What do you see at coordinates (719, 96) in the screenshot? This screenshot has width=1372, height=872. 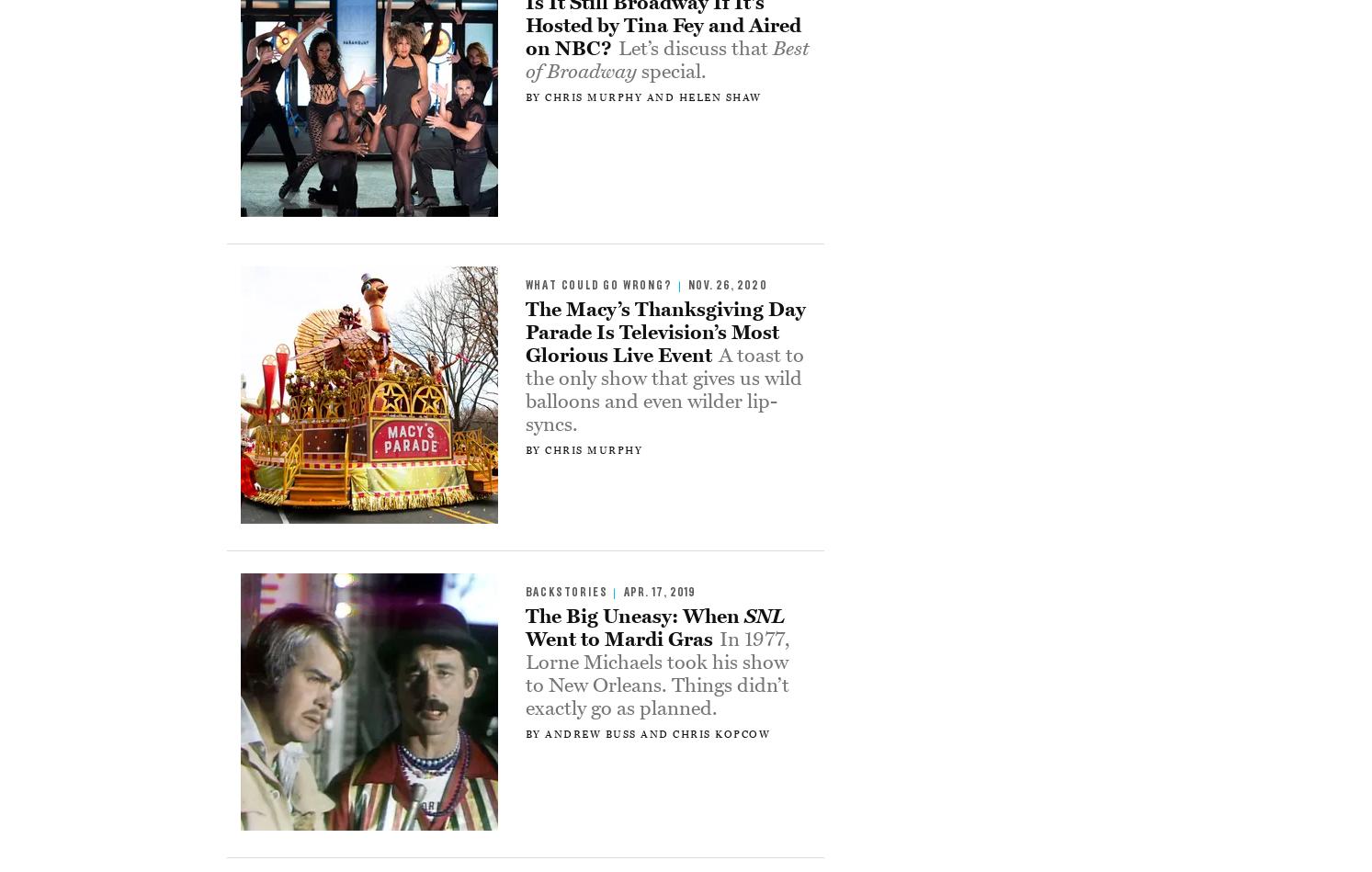 I see `'Helen Shaw'` at bounding box center [719, 96].